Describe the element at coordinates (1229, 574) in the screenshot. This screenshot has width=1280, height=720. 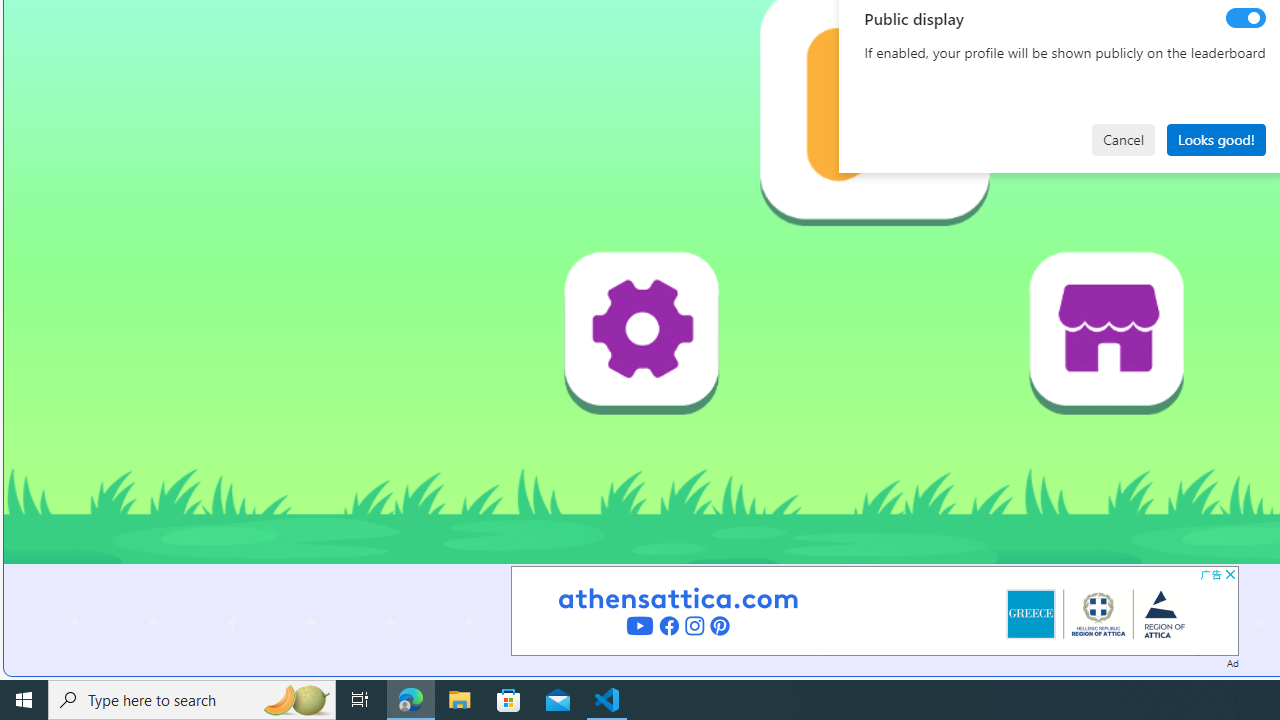
I see `'AutomationID: cbb'` at that location.